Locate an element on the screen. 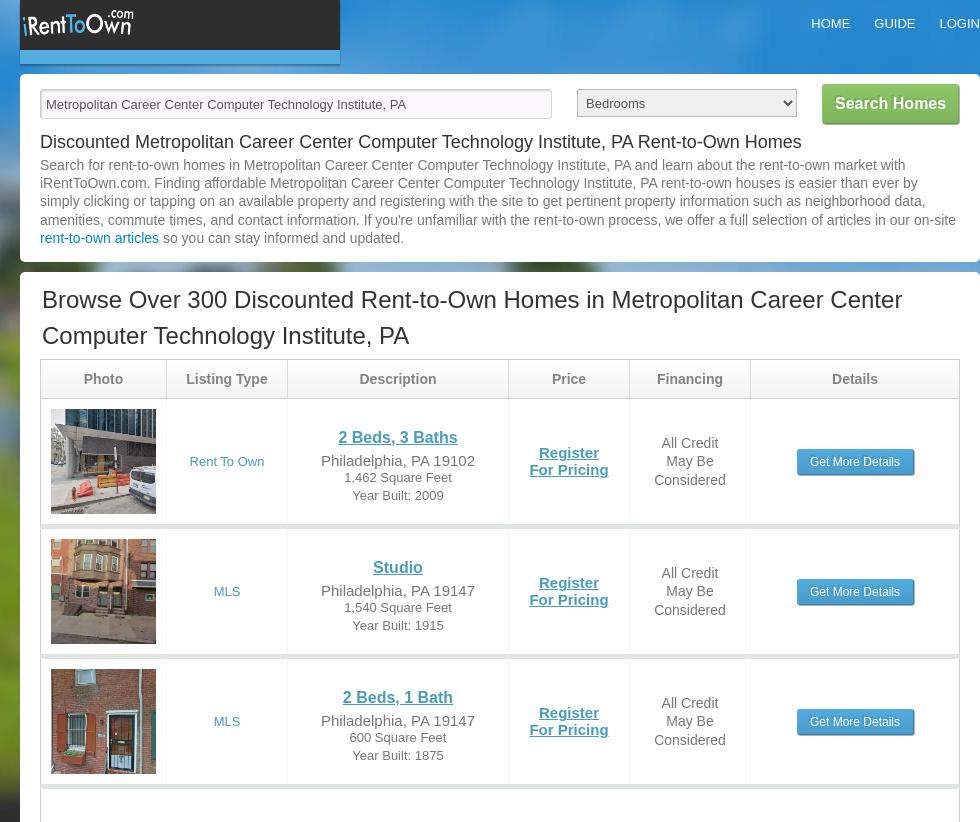 This screenshot has height=822, width=980. 'Discounted Metropolitan Career Center Computer Technology Institute, PA Rent-to-Own Homes' is located at coordinates (39, 141).